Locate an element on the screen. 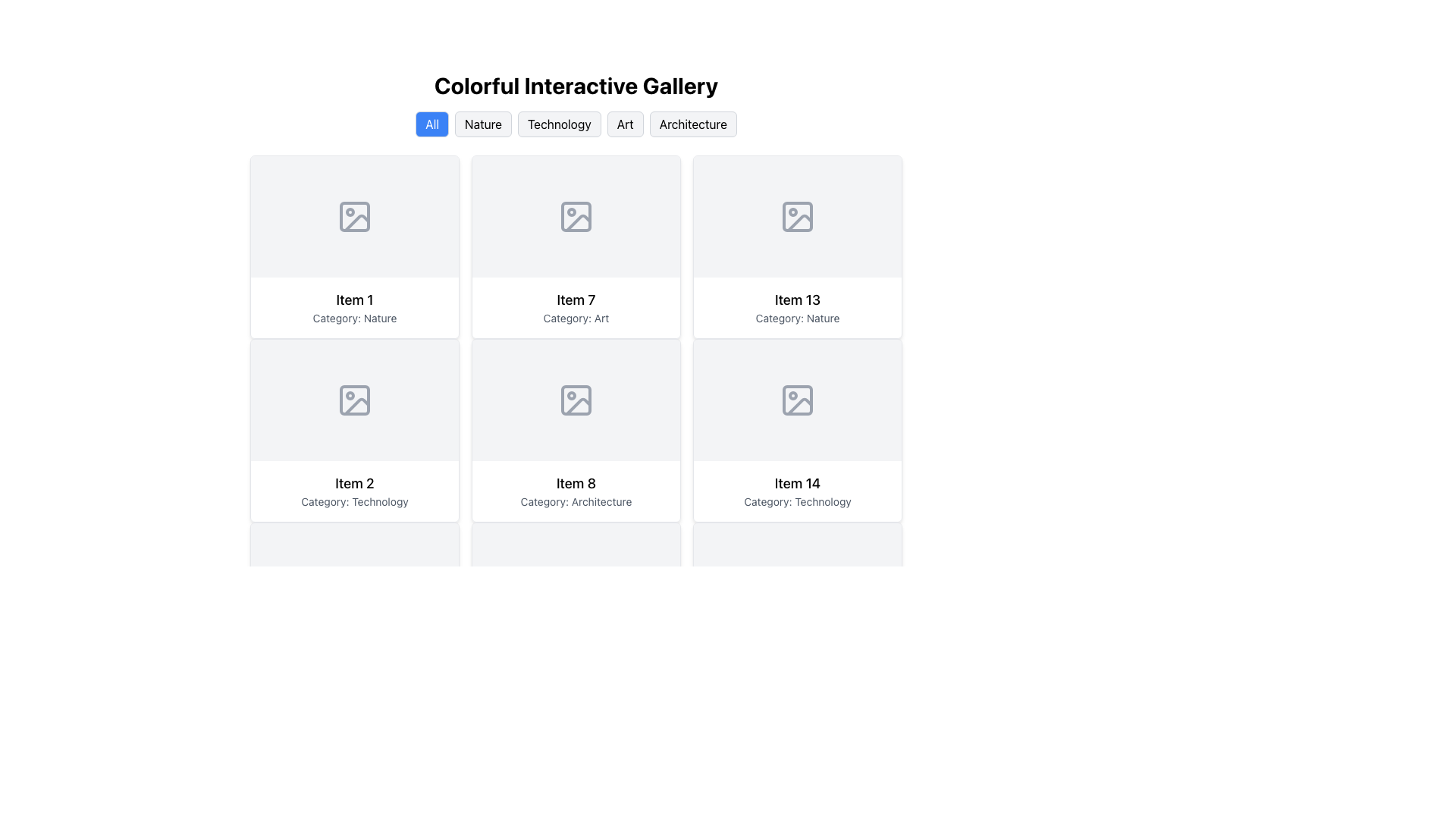 The width and height of the screenshot is (1456, 819). the 'Art' button, which is styled with a light gray background and black text, to filter content by 'Art'. This button is the fourth in a horizontal group of similar buttons located below the title 'Colorful Interactive Gallery' is located at coordinates (625, 124).